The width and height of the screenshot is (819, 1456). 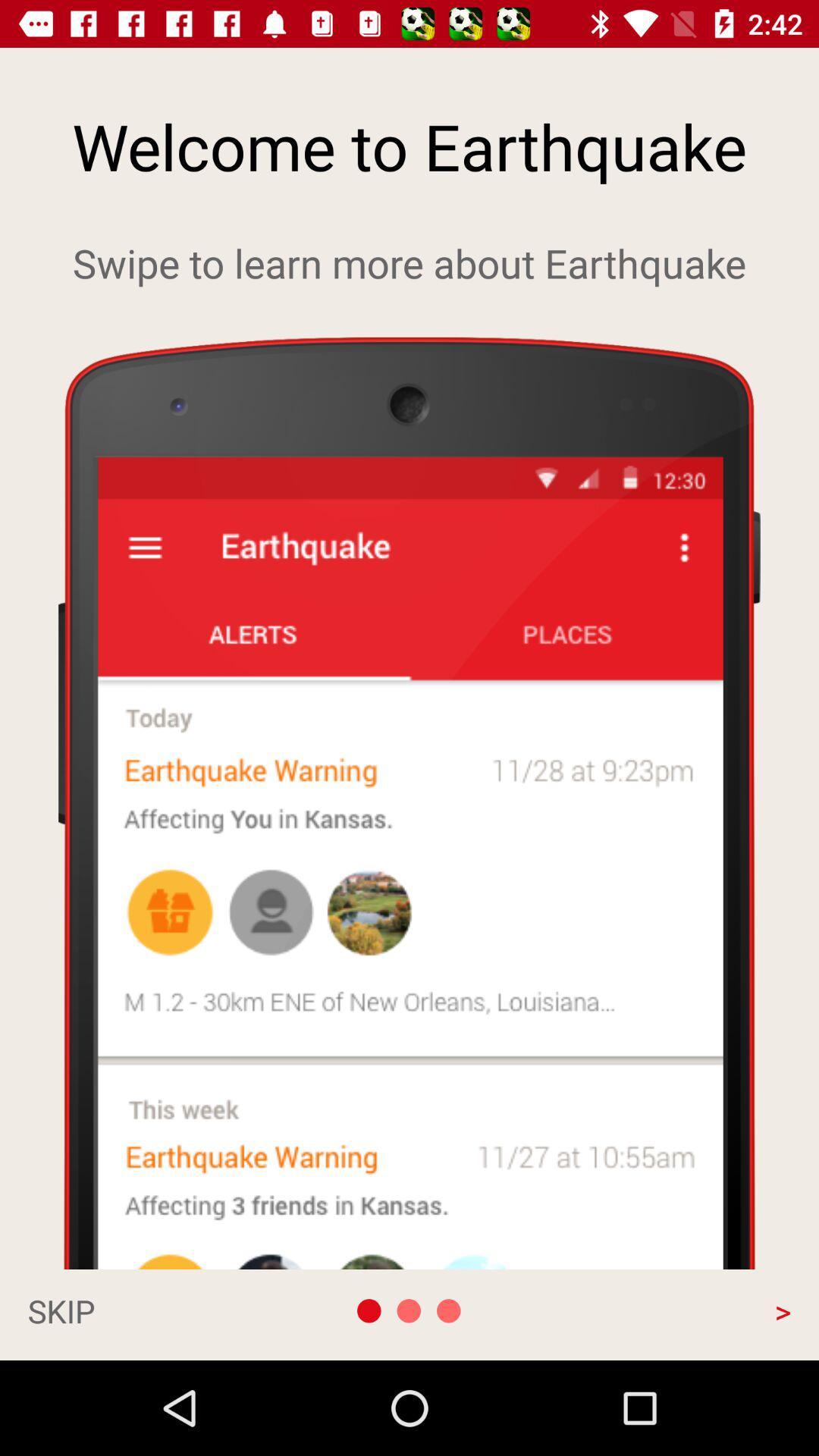 What do you see at coordinates (141, 1310) in the screenshot?
I see `the skip app` at bounding box center [141, 1310].